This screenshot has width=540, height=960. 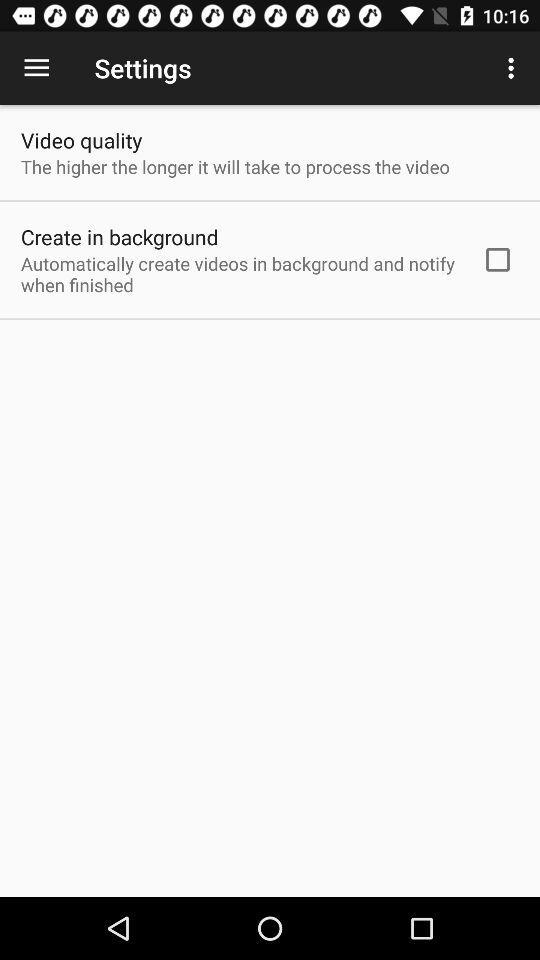 What do you see at coordinates (36, 68) in the screenshot?
I see `icon above the video quality` at bounding box center [36, 68].